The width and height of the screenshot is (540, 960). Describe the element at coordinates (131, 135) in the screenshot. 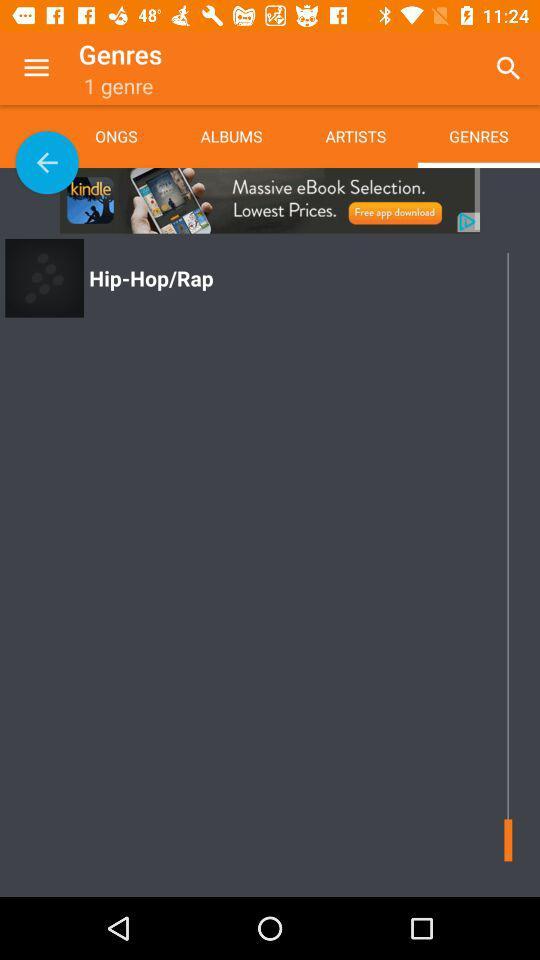

I see `songs item` at that location.